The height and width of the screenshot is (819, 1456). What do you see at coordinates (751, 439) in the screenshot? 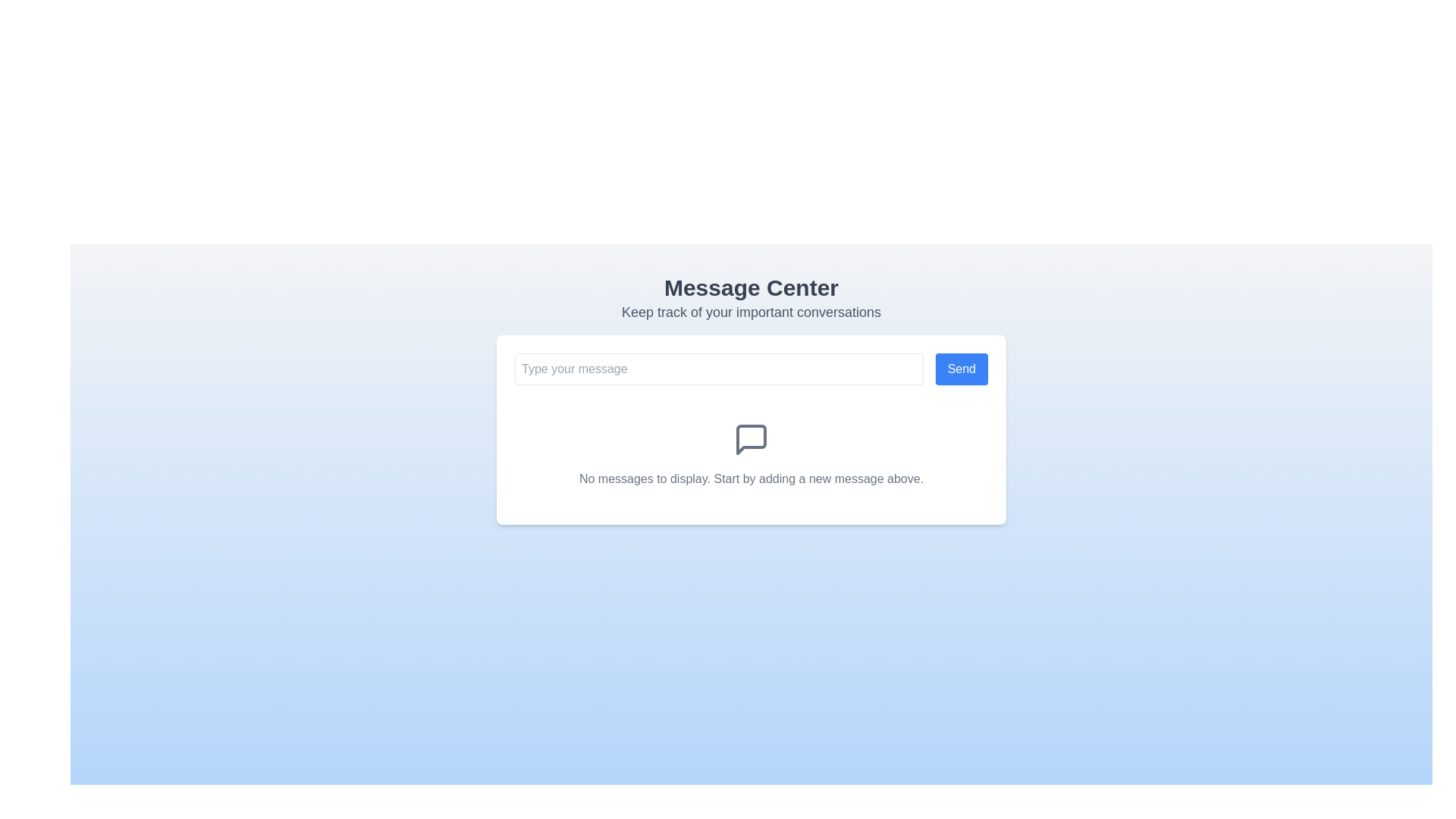
I see `the decorative icon that represents messaging or communication, positioned directly above the text 'No messages` at bounding box center [751, 439].